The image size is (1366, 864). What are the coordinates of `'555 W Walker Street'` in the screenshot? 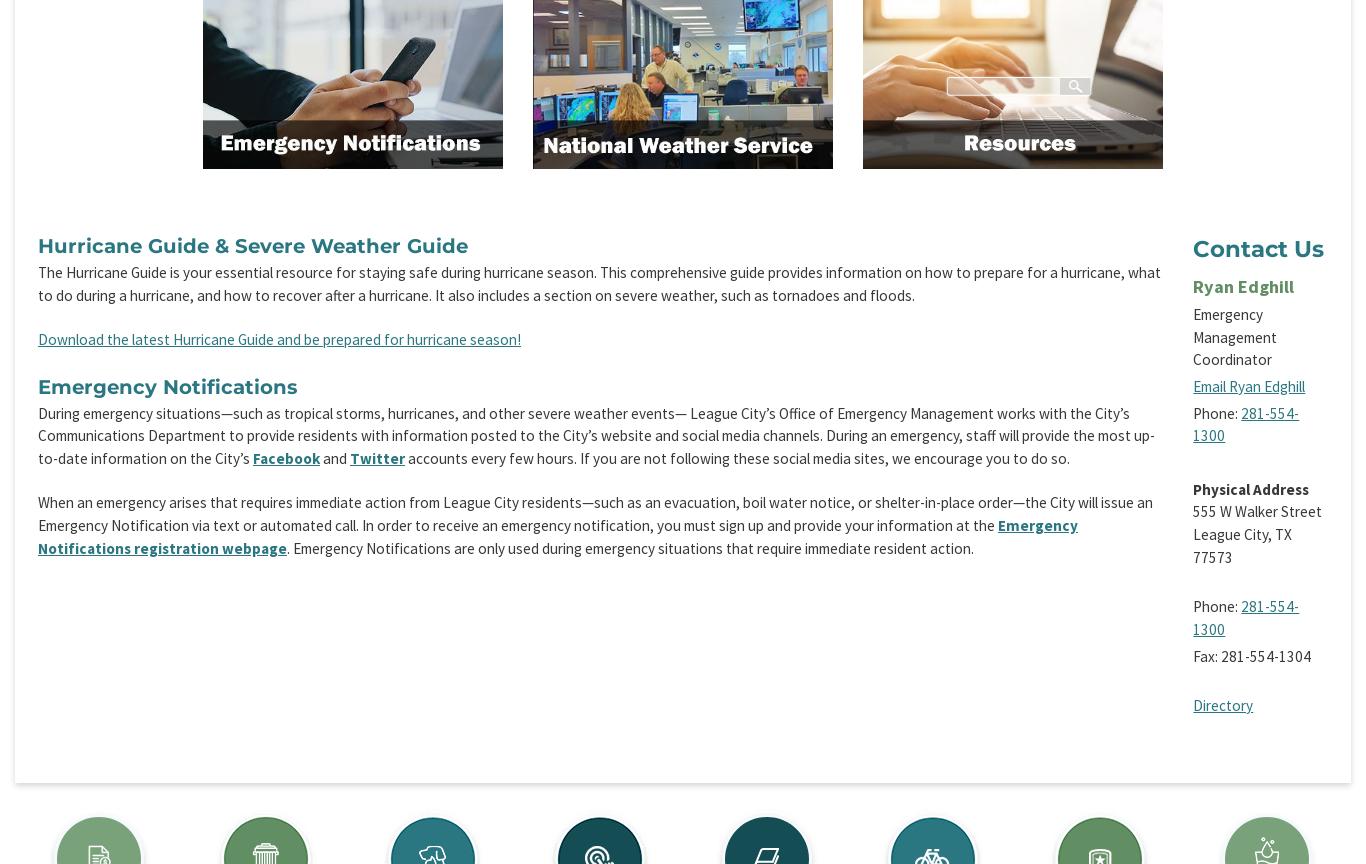 It's located at (1256, 511).